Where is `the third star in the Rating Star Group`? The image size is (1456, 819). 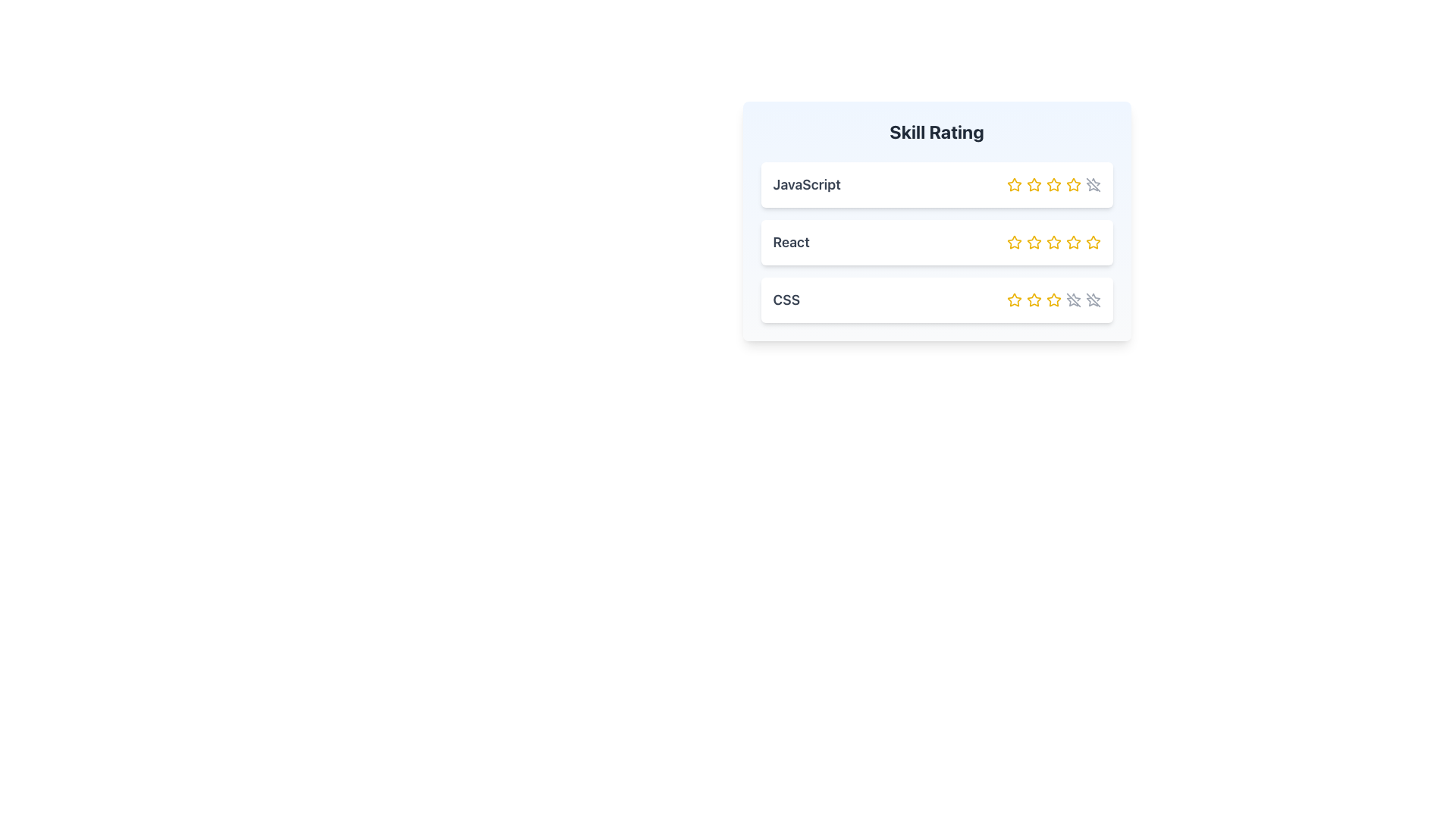 the third star in the Rating Star Group is located at coordinates (1053, 300).